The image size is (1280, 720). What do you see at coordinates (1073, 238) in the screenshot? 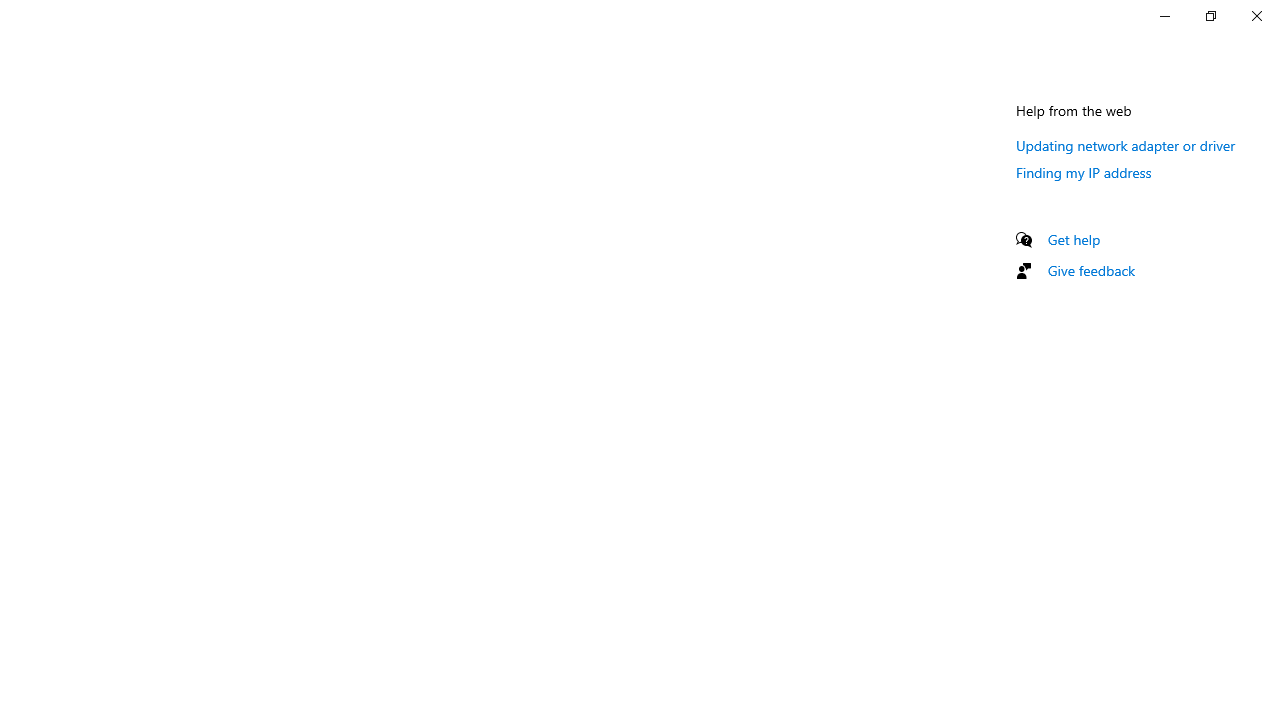
I see `'Get help'` at bounding box center [1073, 238].